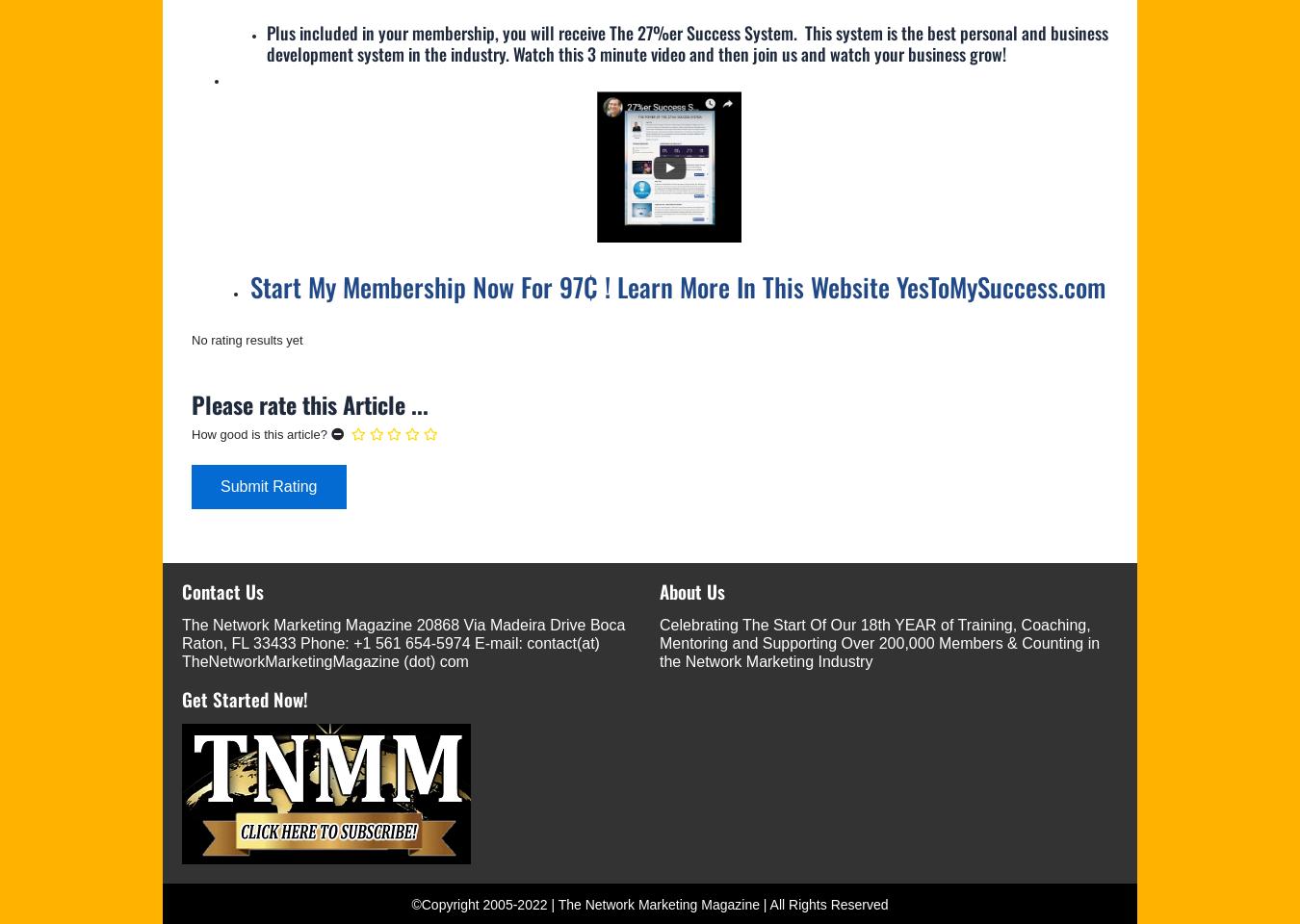  I want to click on '©Copyright 2005-2022 | The Network Marketing Magazine | All Rights Reserved', so click(649, 905).